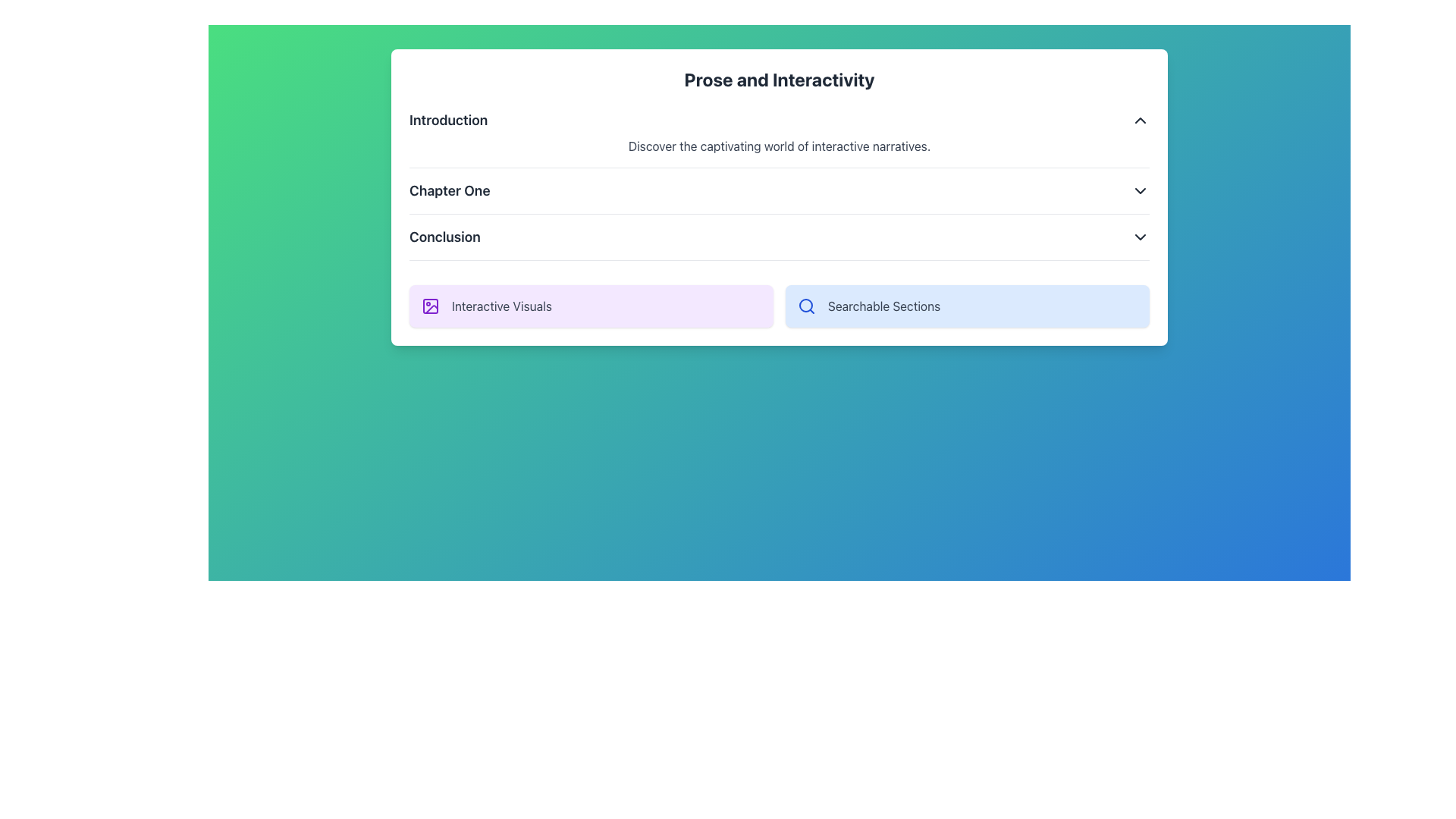 The image size is (1456, 819). What do you see at coordinates (779, 139) in the screenshot?
I see `the Text Section that provides an introductory description about interactive narratives, located directly below the title 'Prose and Interactivity'` at bounding box center [779, 139].